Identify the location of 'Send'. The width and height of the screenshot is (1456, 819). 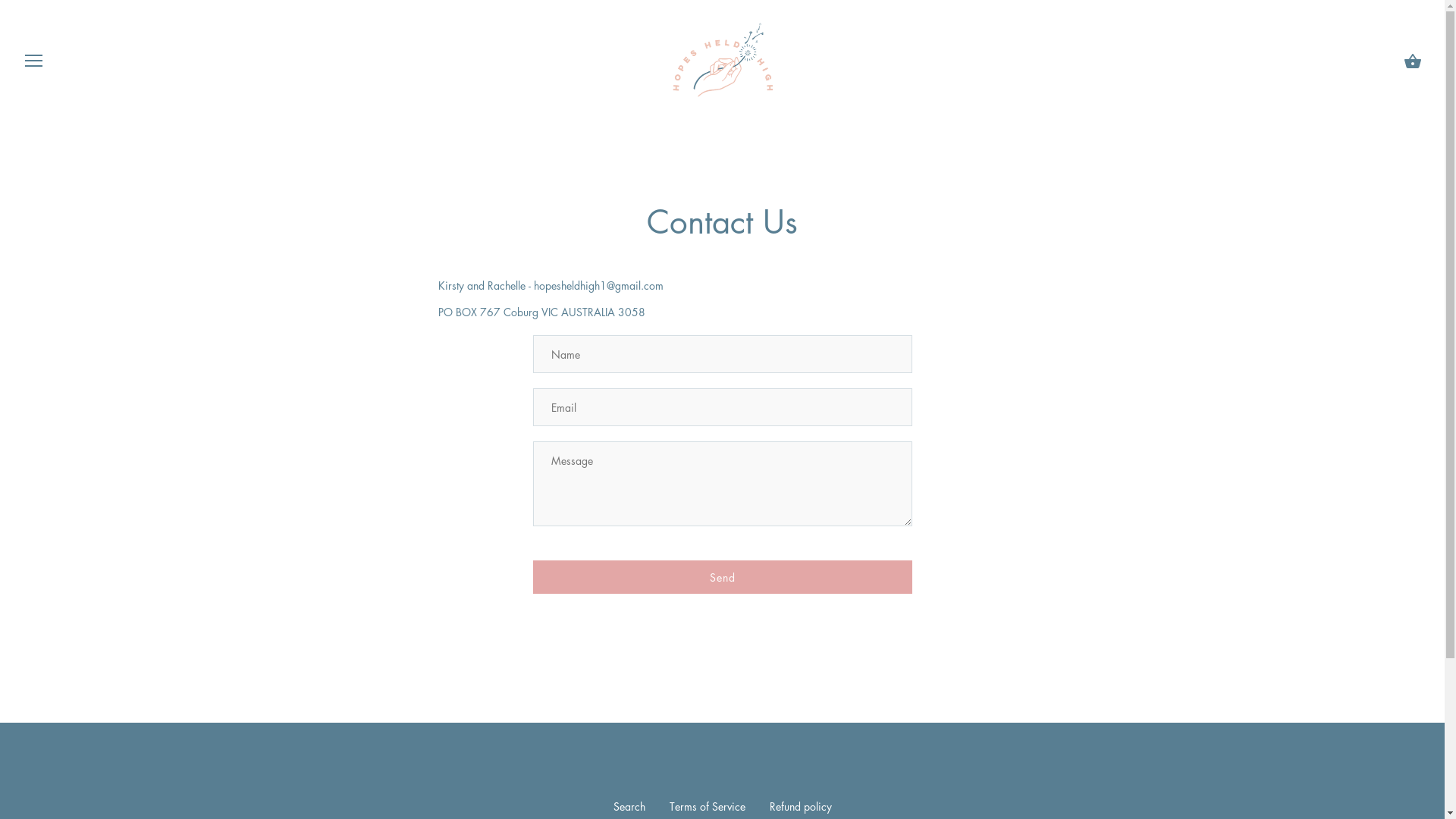
(720, 576).